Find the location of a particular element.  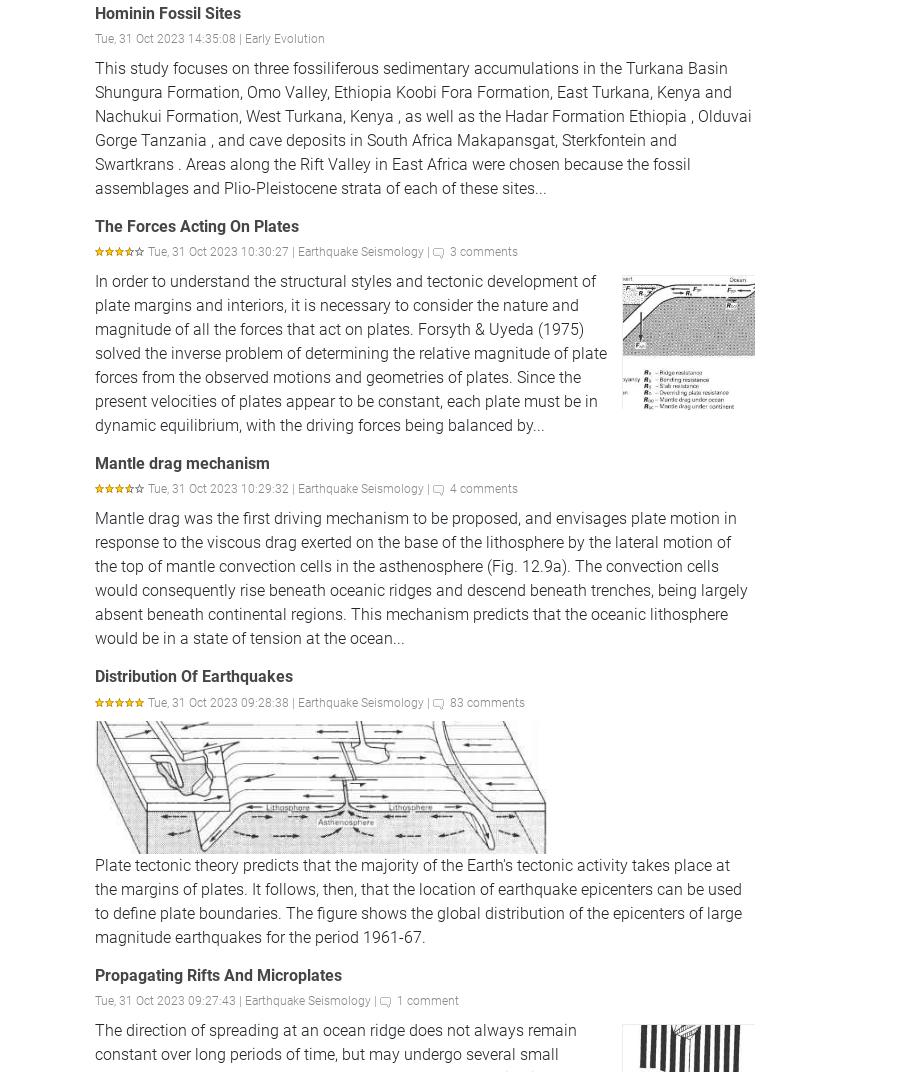

'Tue, 31 Oct 2023 10:30:27                                    |' is located at coordinates (223, 252).